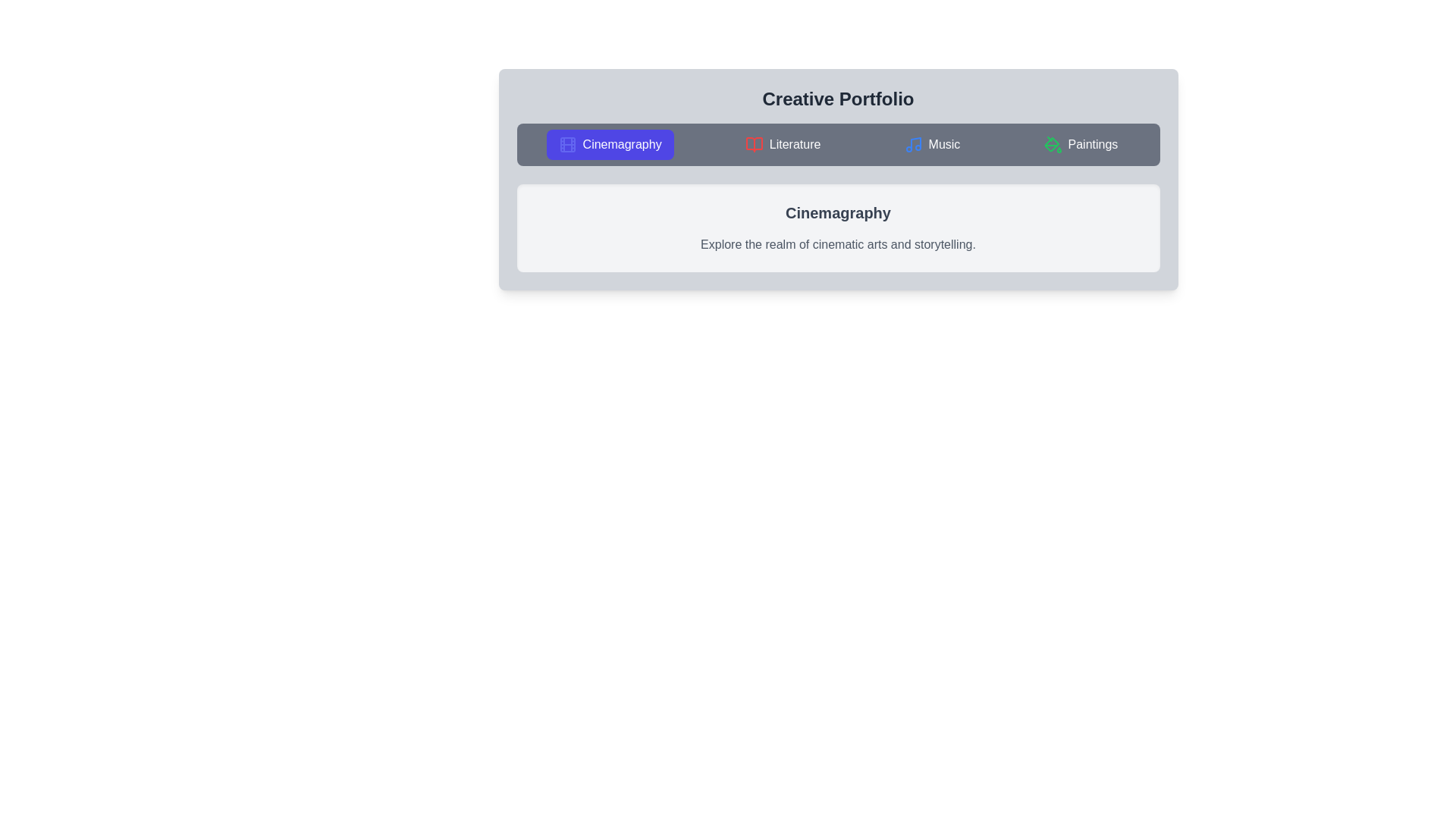 The width and height of the screenshot is (1456, 819). What do you see at coordinates (610, 145) in the screenshot?
I see `the tab labeled Cinemagraphy` at bounding box center [610, 145].